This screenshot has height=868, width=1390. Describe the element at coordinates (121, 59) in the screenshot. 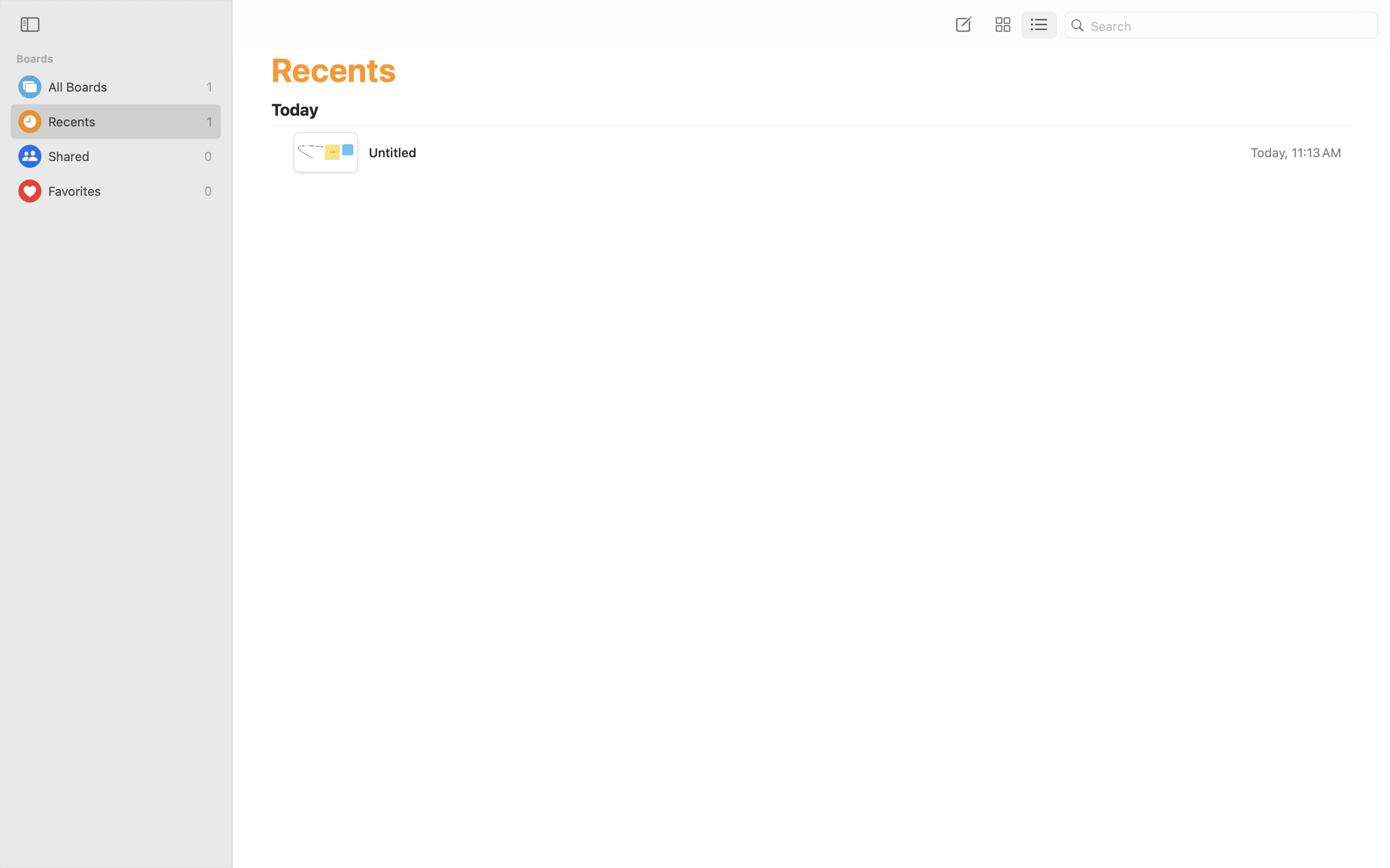

I see `'Boards'` at that location.